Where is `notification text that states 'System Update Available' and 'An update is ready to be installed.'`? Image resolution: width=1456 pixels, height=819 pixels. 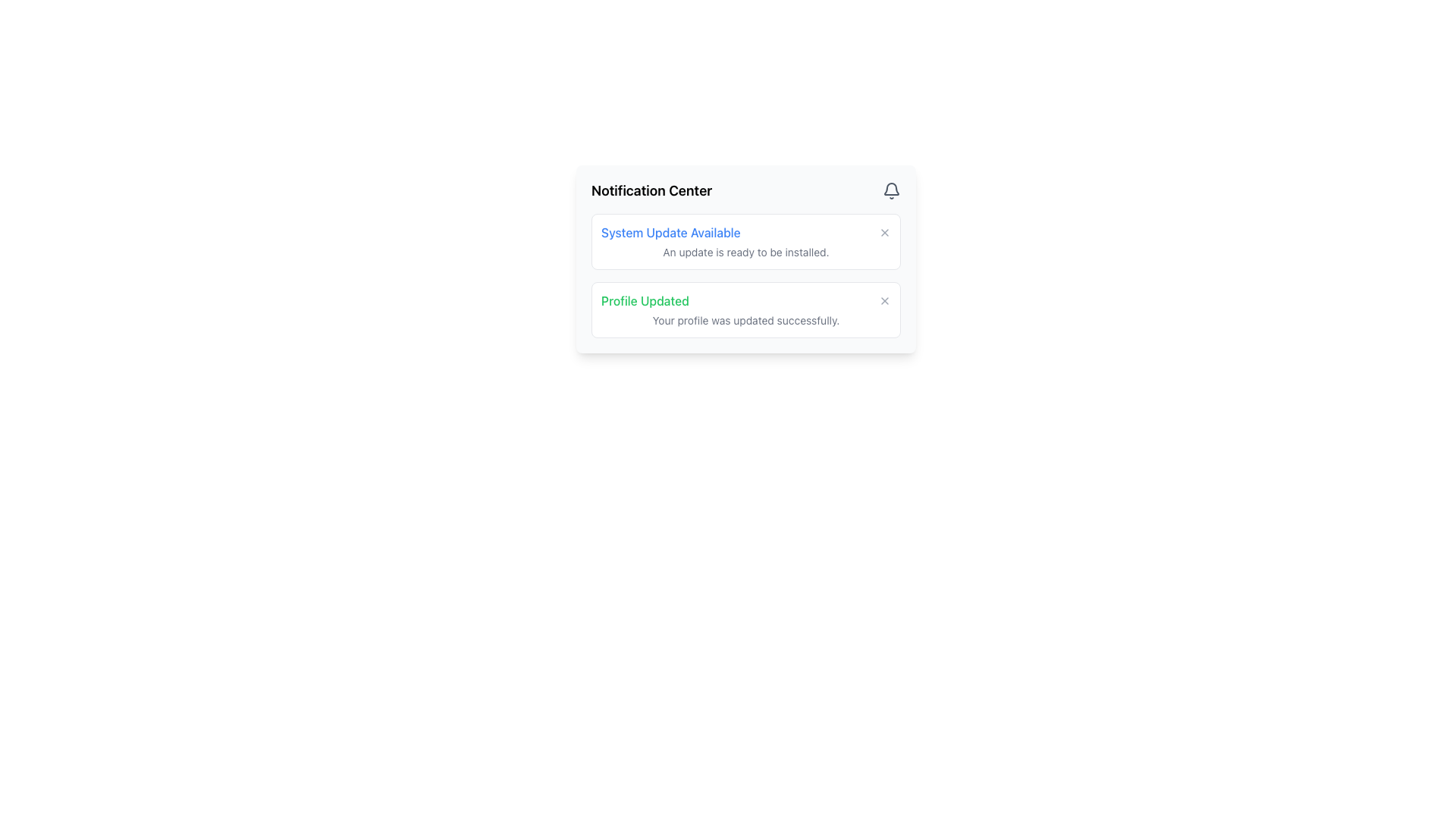 notification text that states 'System Update Available' and 'An update is ready to be installed.' is located at coordinates (745, 241).